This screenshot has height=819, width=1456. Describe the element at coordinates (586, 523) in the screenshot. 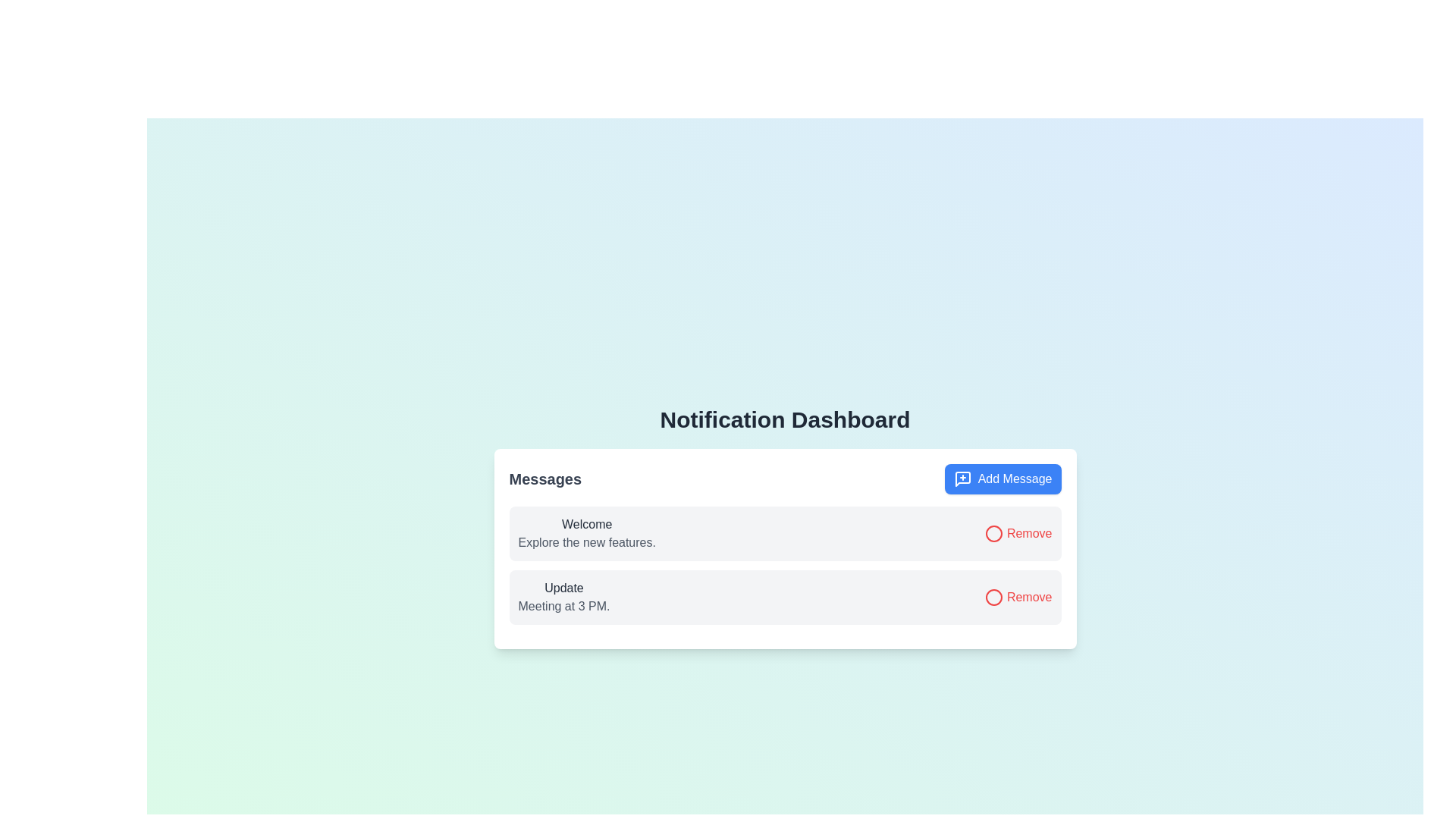

I see `the welcome message static text label located in the Messages section, which is positioned at the top-left corner of the message content area above the subtitle 'Explore the new features.'` at that location.